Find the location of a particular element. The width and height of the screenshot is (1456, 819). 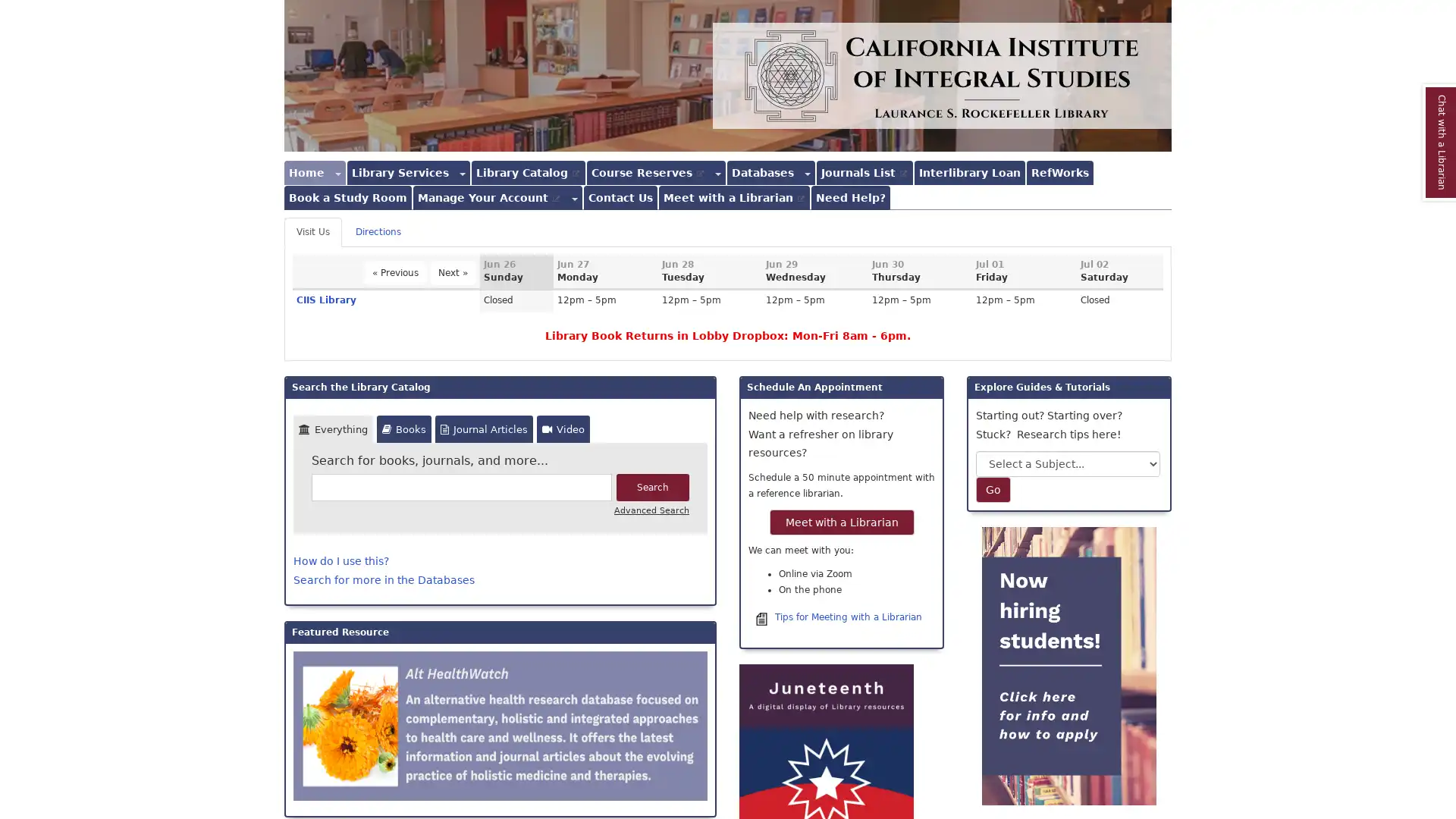

Next is located at coordinates (452, 271).